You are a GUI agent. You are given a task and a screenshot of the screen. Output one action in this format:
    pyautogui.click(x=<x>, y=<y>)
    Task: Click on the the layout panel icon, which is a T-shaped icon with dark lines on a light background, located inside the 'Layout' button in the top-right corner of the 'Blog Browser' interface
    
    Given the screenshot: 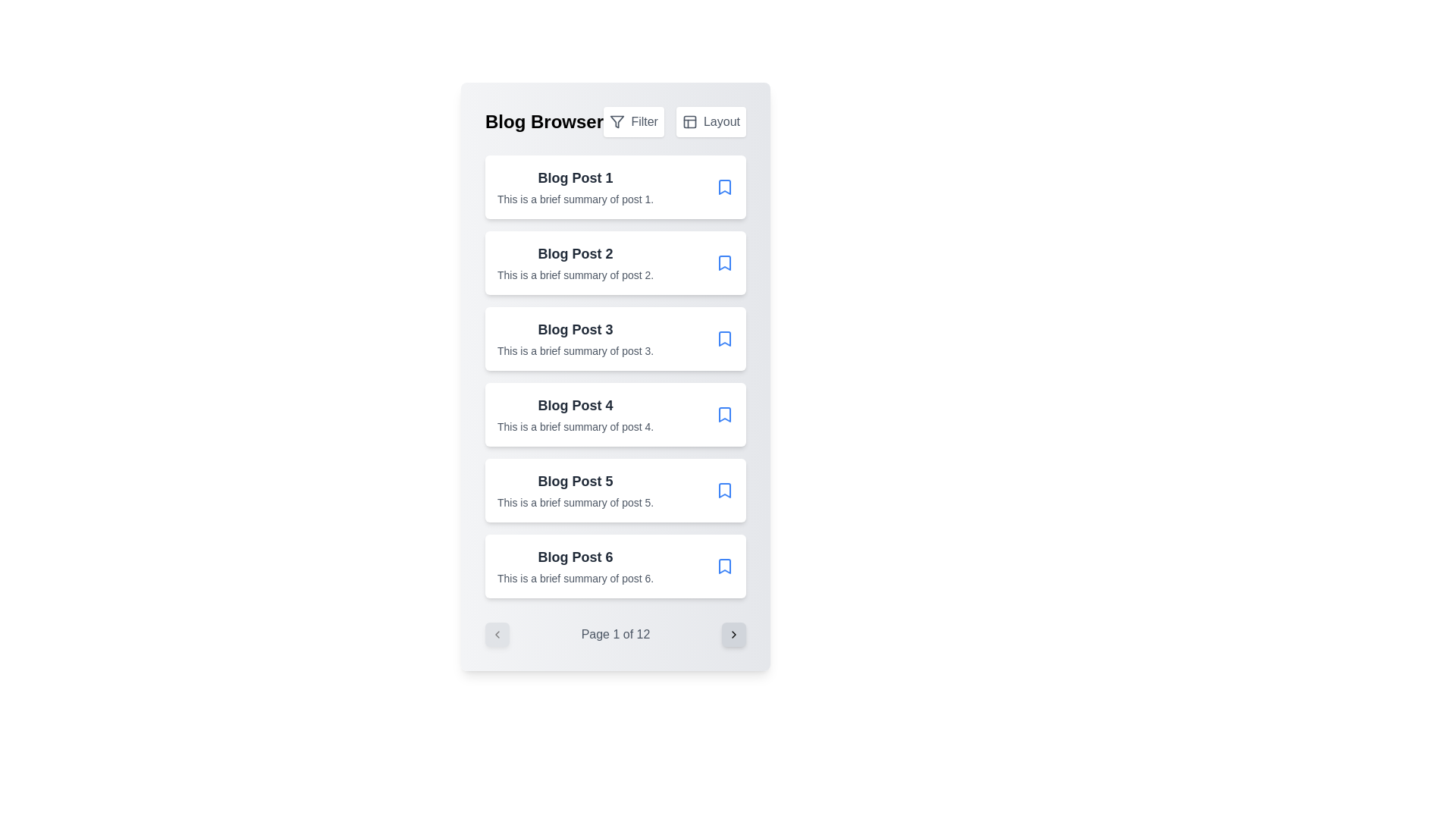 What is the action you would take?
    pyautogui.click(x=689, y=121)
    